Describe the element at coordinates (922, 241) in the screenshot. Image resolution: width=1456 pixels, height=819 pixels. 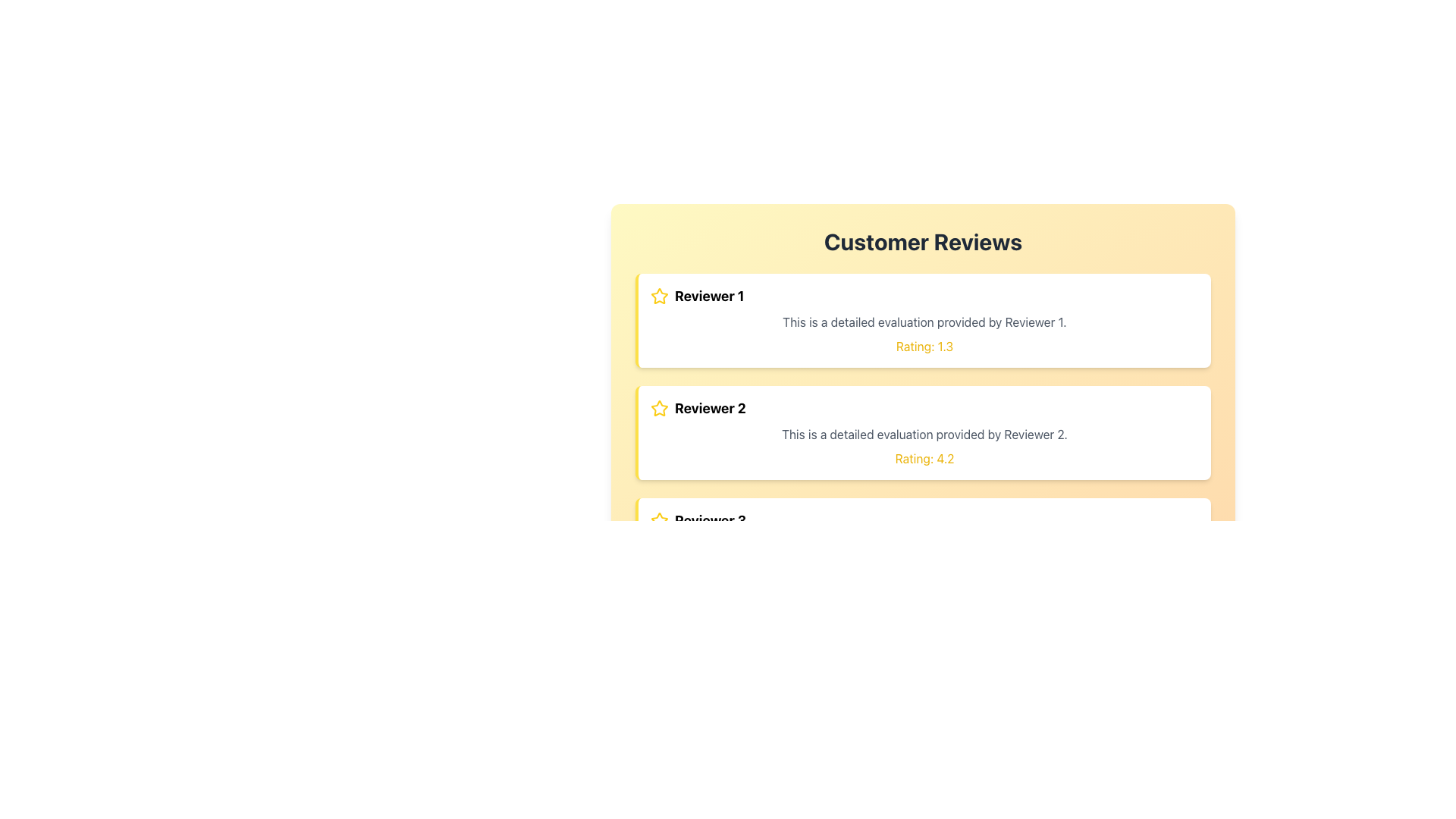
I see `the 'Customer Reviews' text header, which is bold, large, dark gray, and centered at the top of a light yellow to orange gradient background` at that location.